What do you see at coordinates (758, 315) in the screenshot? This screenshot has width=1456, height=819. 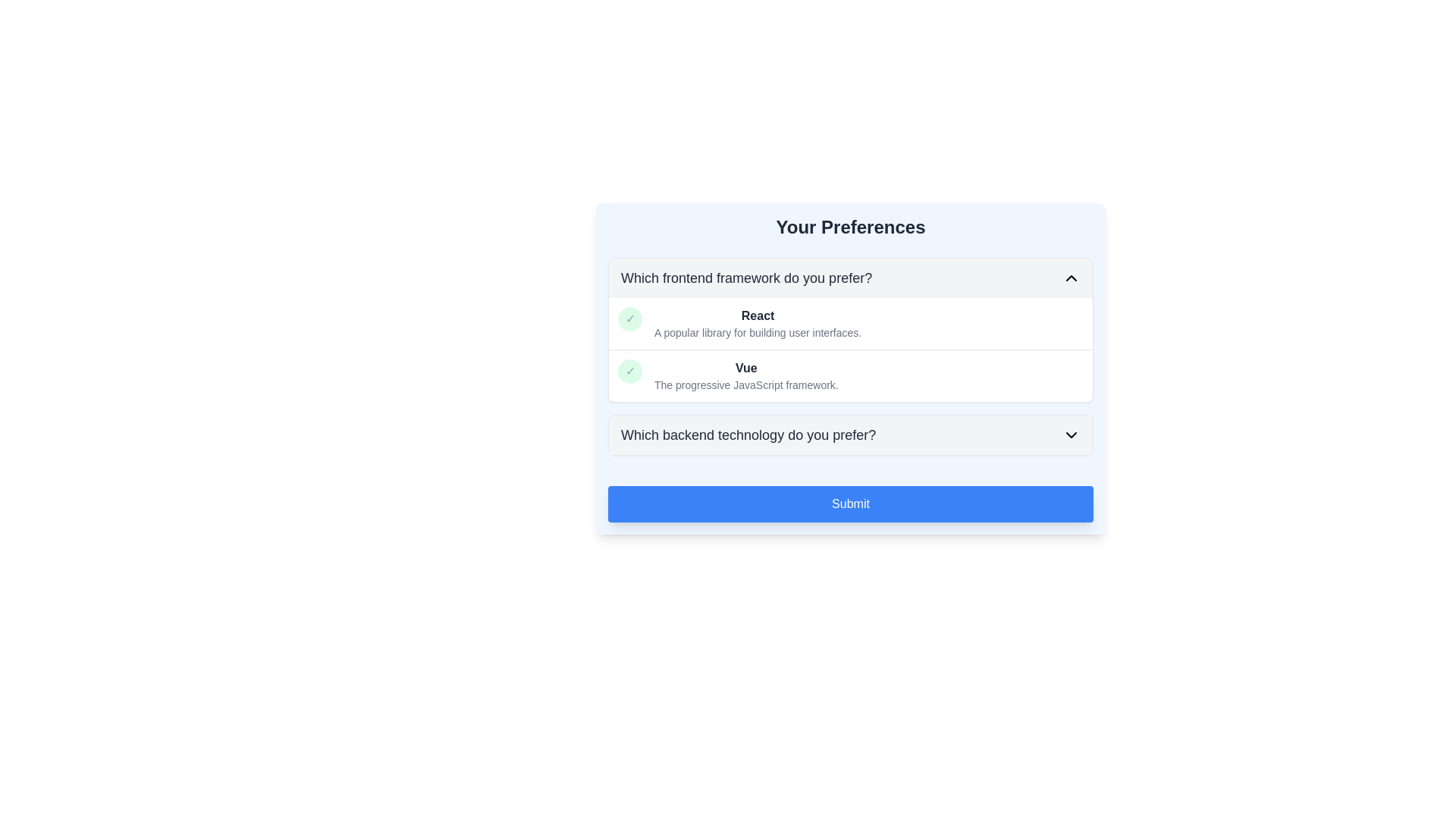 I see `the label that serves as the title for the 'React' framework option located beneath the question 'Which frontend framework do you prefer?'` at bounding box center [758, 315].